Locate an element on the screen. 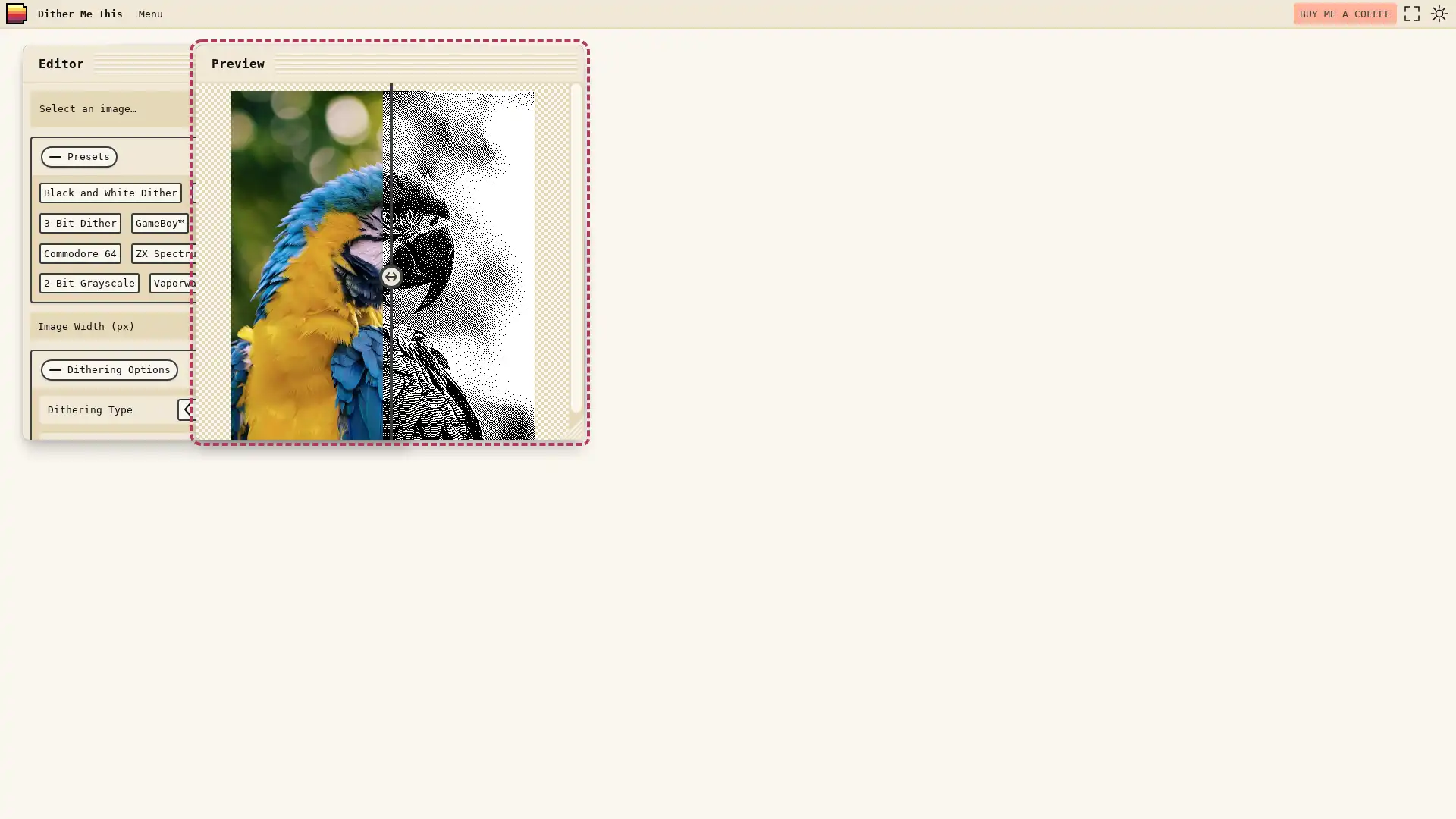  Color Palette is located at coordinates (96, 500).